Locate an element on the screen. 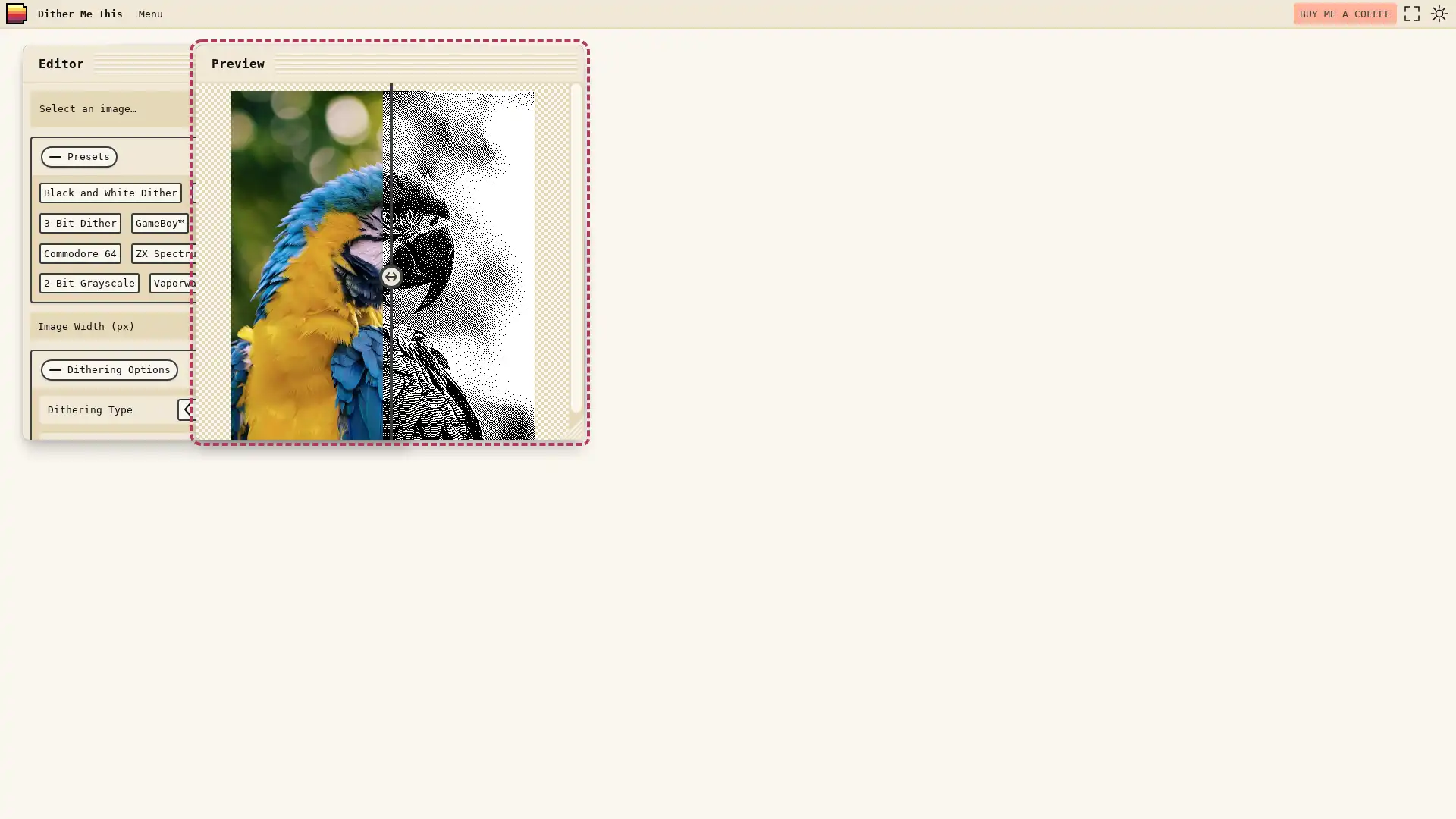  Color Palette is located at coordinates (96, 500).